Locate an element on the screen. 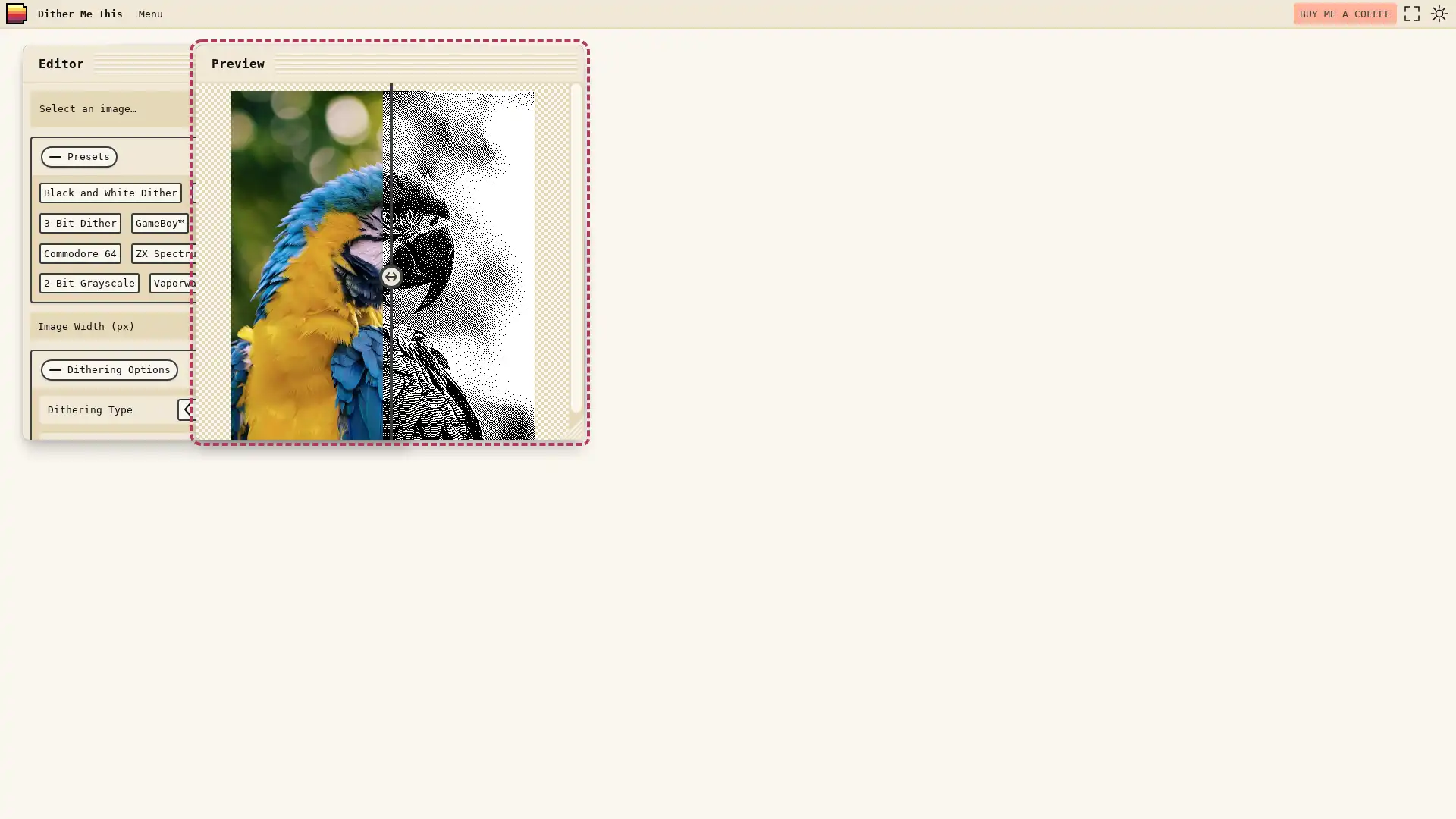  Color Palette is located at coordinates (96, 500).